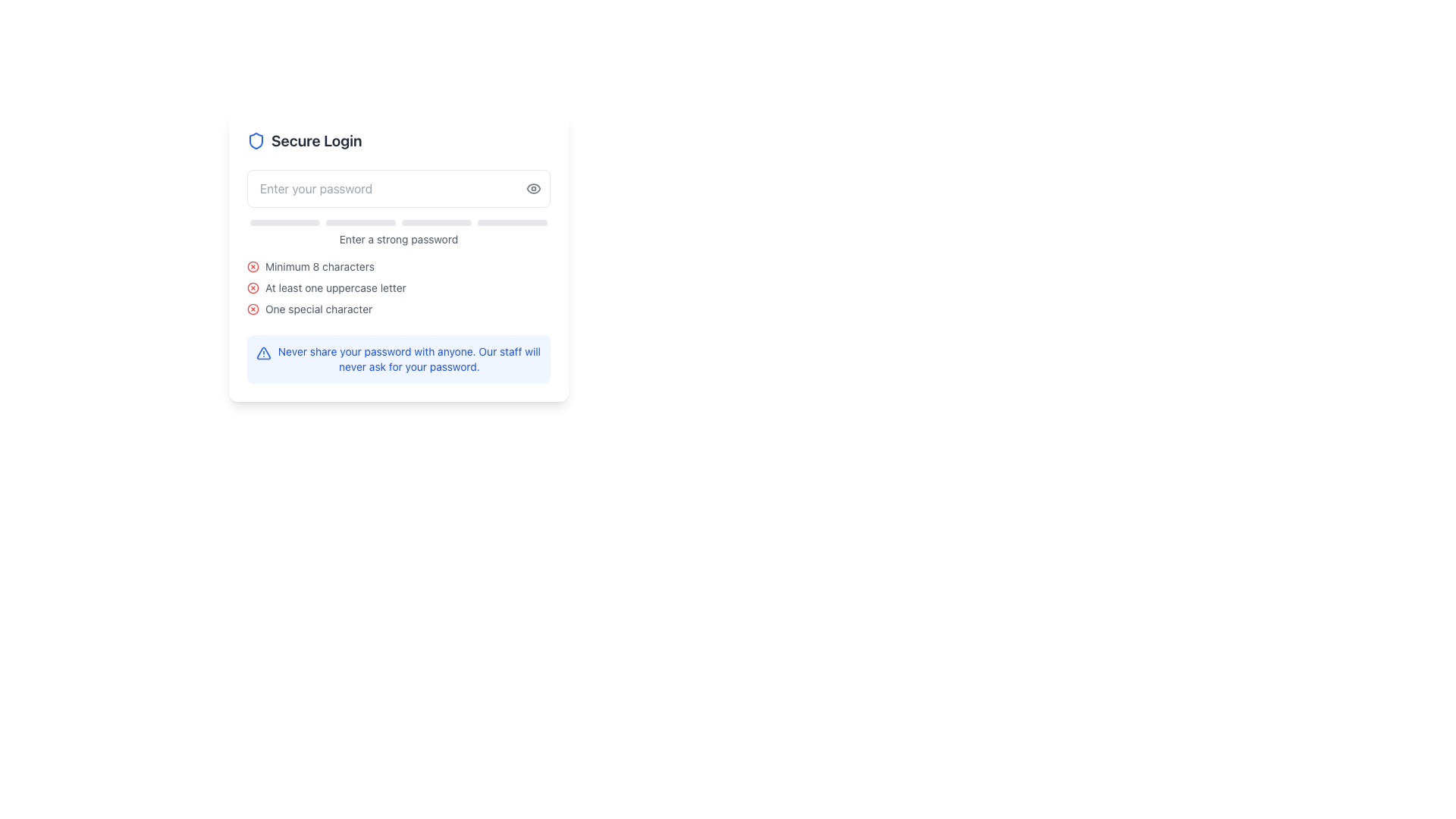 This screenshot has width=1456, height=819. What do you see at coordinates (436, 222) in the screenshot?
I see `the progress bar located centrally under the password input box, which serves as a visual indicator for password strength` at bounding box center [436, 222].